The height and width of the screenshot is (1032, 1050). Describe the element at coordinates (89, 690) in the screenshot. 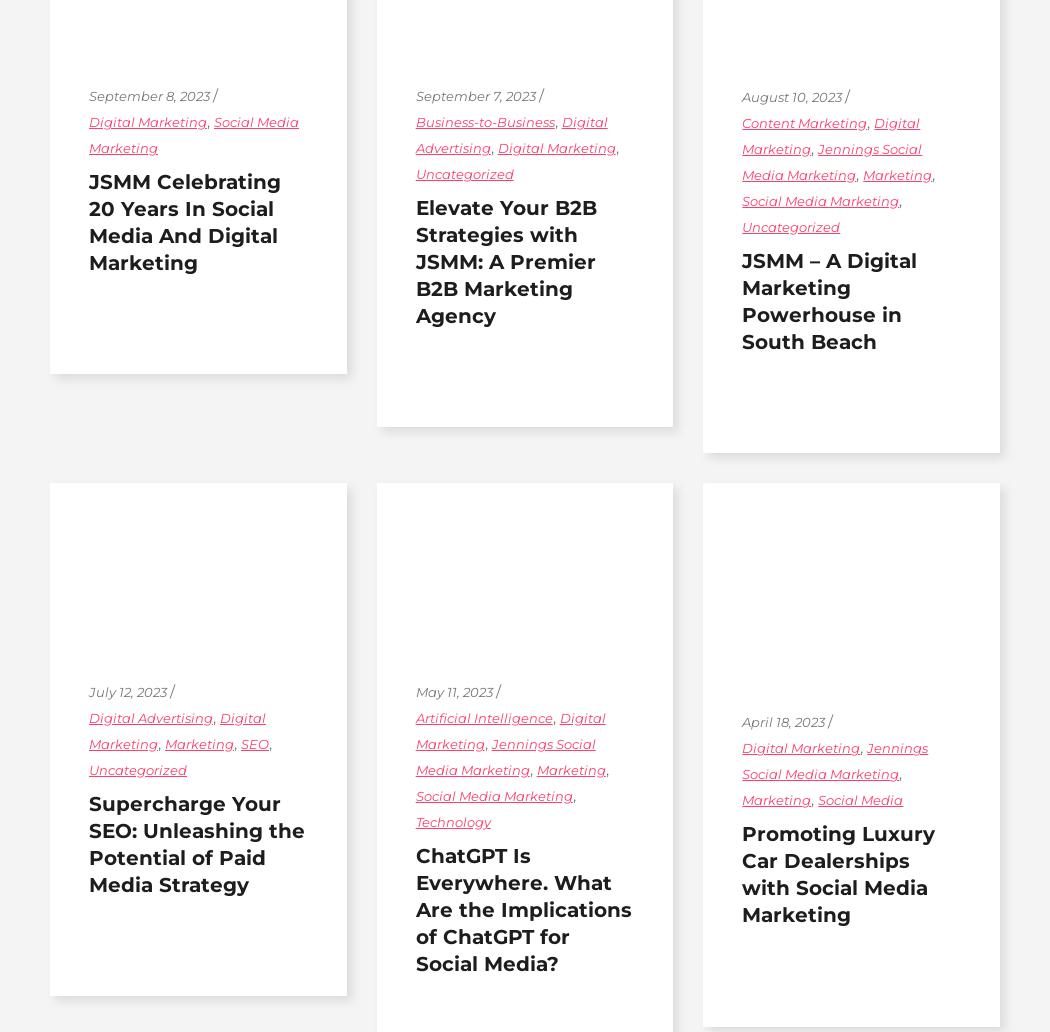

I see `'July 12, 2023'` at that location.